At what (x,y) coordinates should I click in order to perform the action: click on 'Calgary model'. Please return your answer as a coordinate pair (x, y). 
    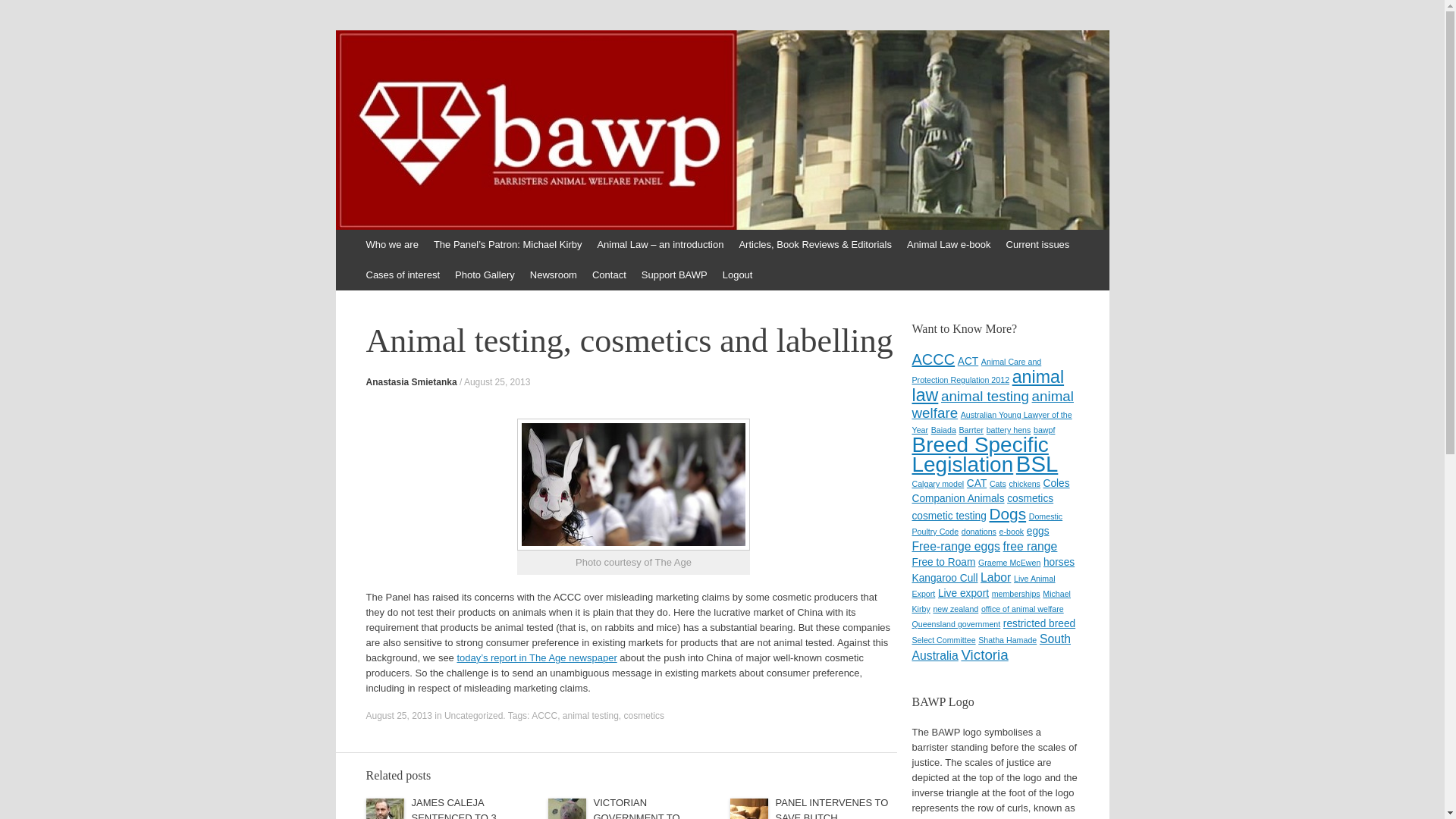
    Looking at the image, I should click on (937, 483).